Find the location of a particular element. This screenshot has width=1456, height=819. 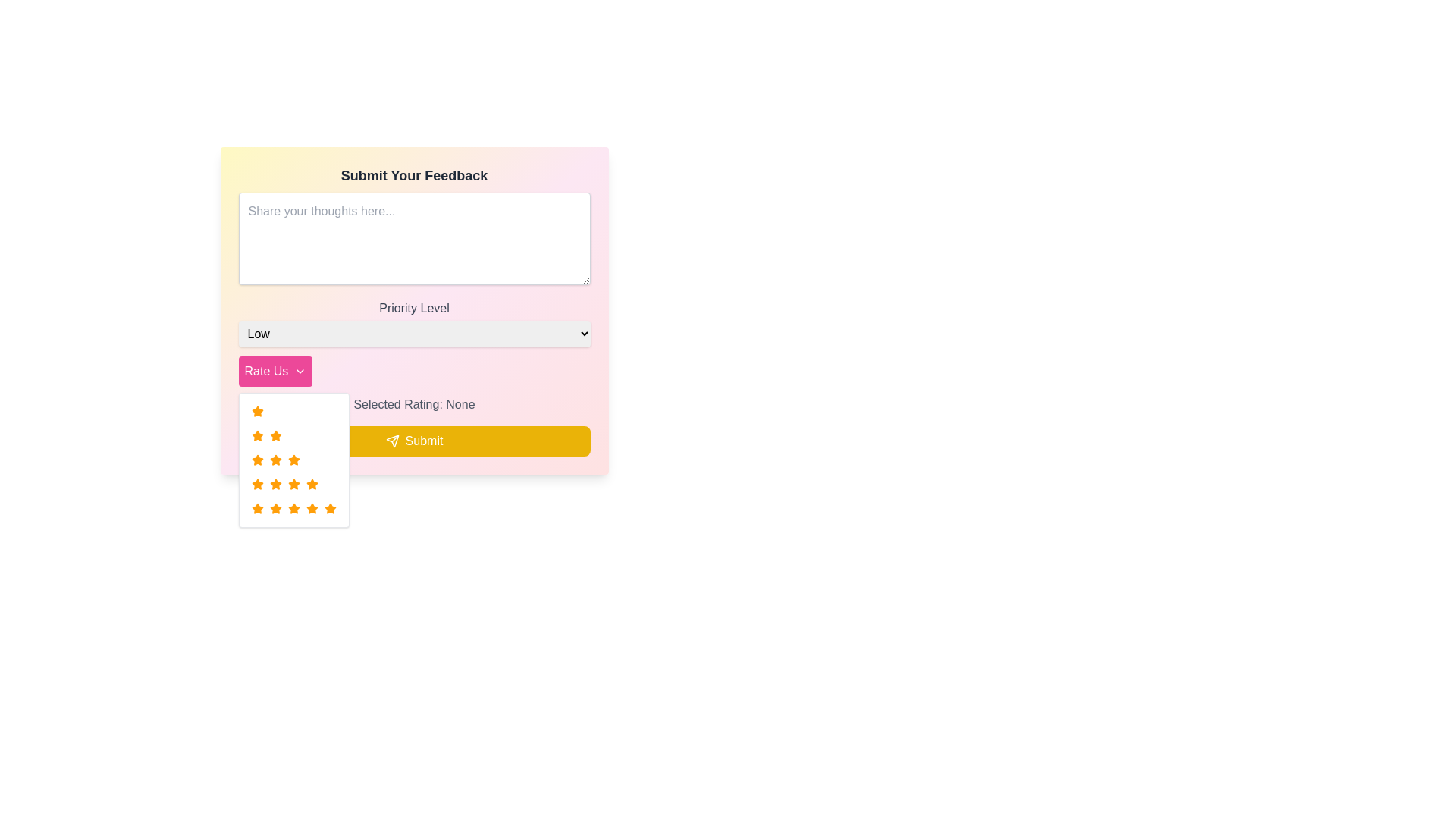

the selection on the orange star icon, which is the third star in the second row of the rating interface below the 'Rate Us' button is located at coordinates (275, 509).